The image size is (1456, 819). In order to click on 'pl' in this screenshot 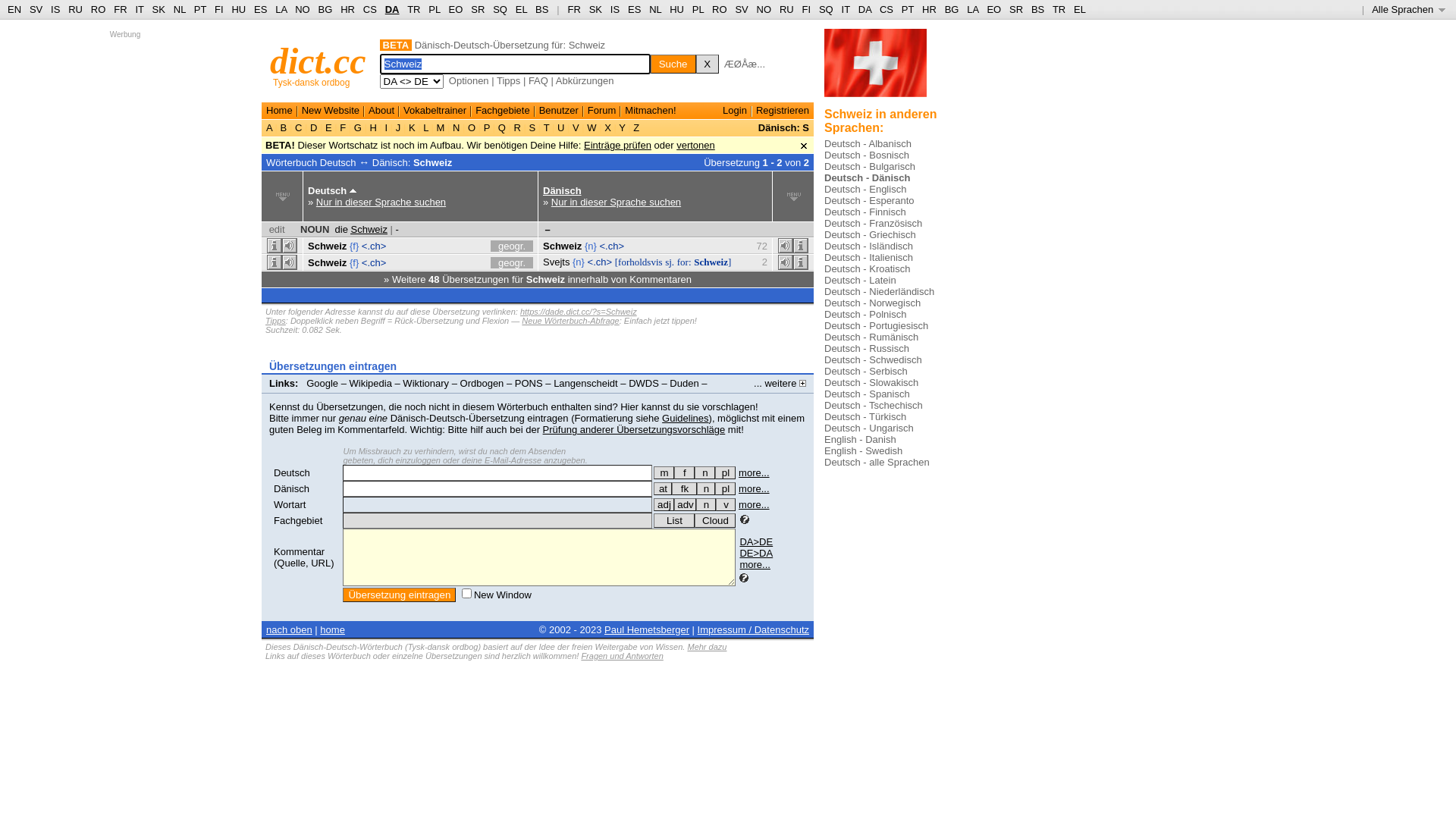, I will do `click(724, 488)`.